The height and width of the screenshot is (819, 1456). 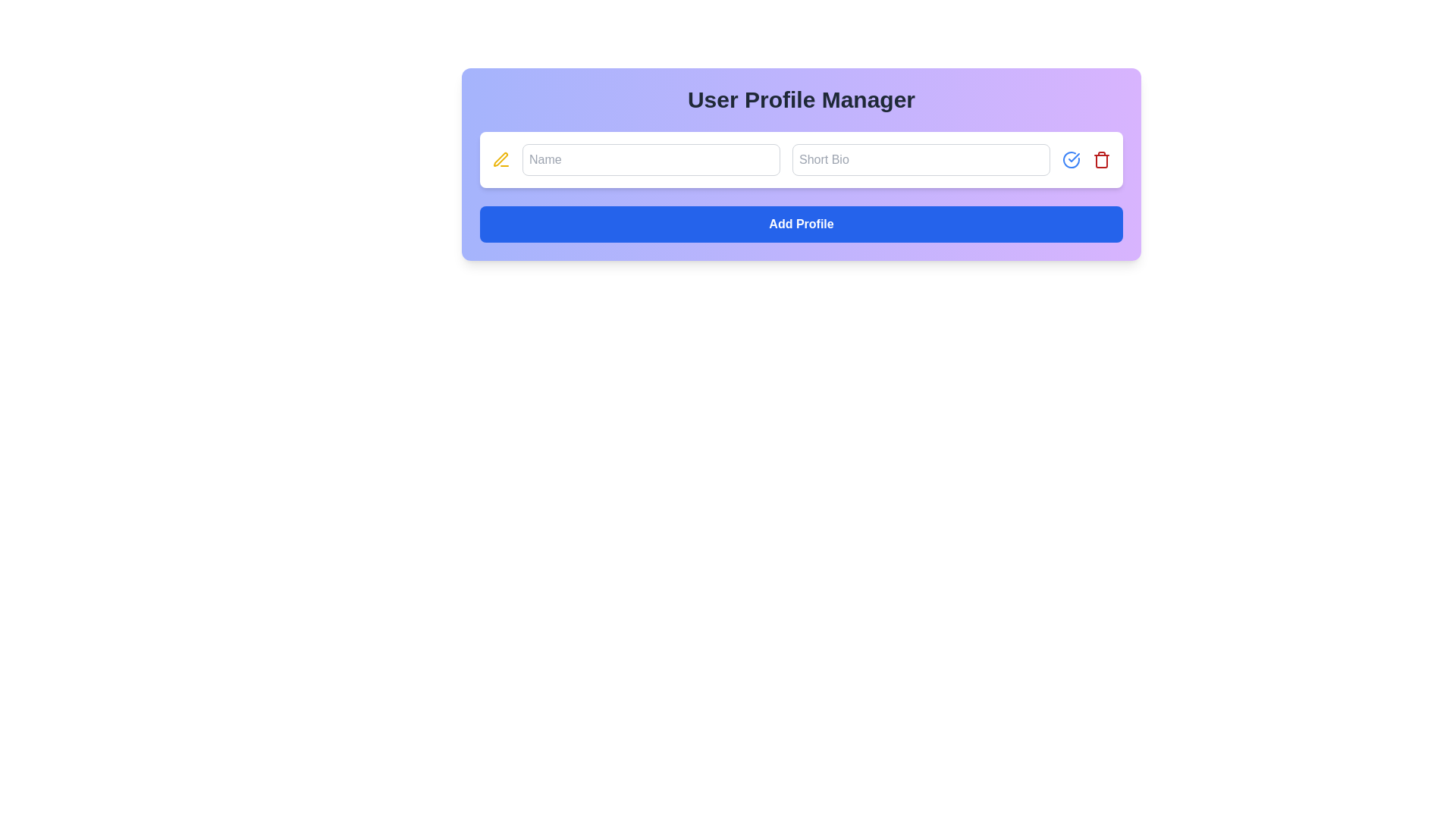 What do you see at coordinates (1073, 158) in the screenshot?
I see `the Decorative icon, which is a blue check mark within a circular frame, located towards the right side of the input field box in the form panel` at bounding box center [1073, 158].